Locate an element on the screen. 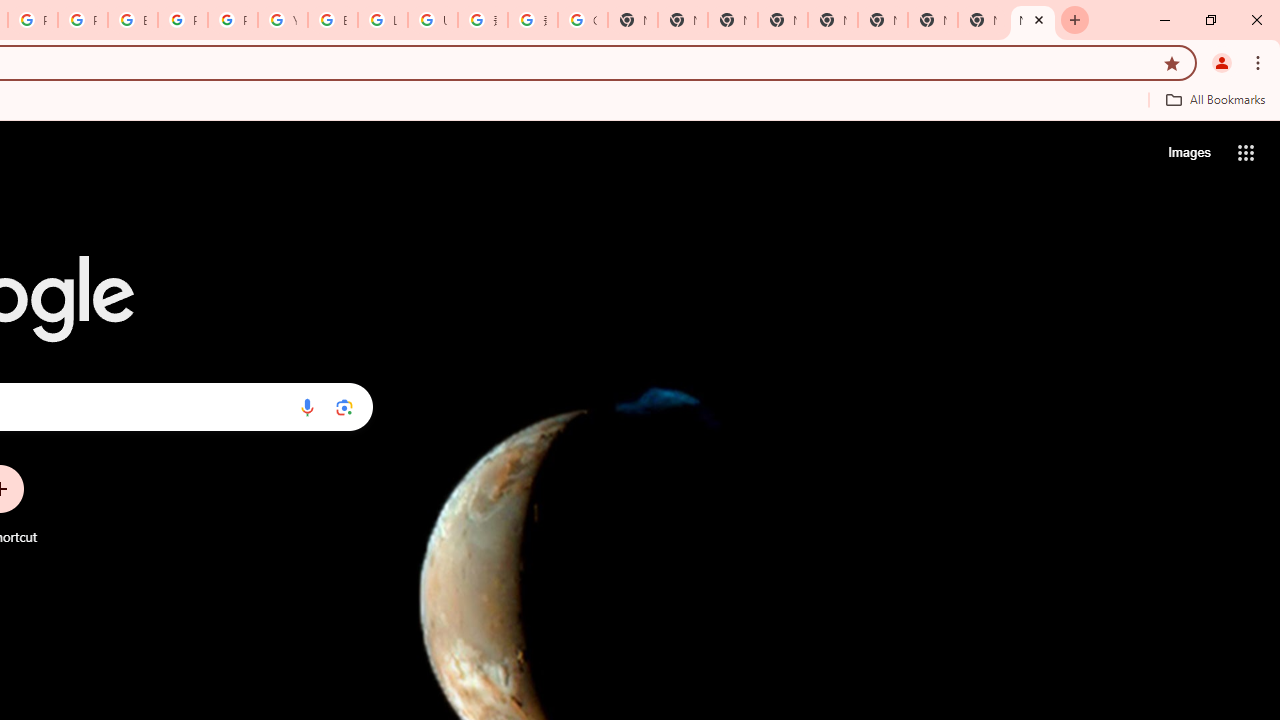 The height and width of the screenshot is (720, 1280). 'New Tab' is located at coordinates (1032, 20).